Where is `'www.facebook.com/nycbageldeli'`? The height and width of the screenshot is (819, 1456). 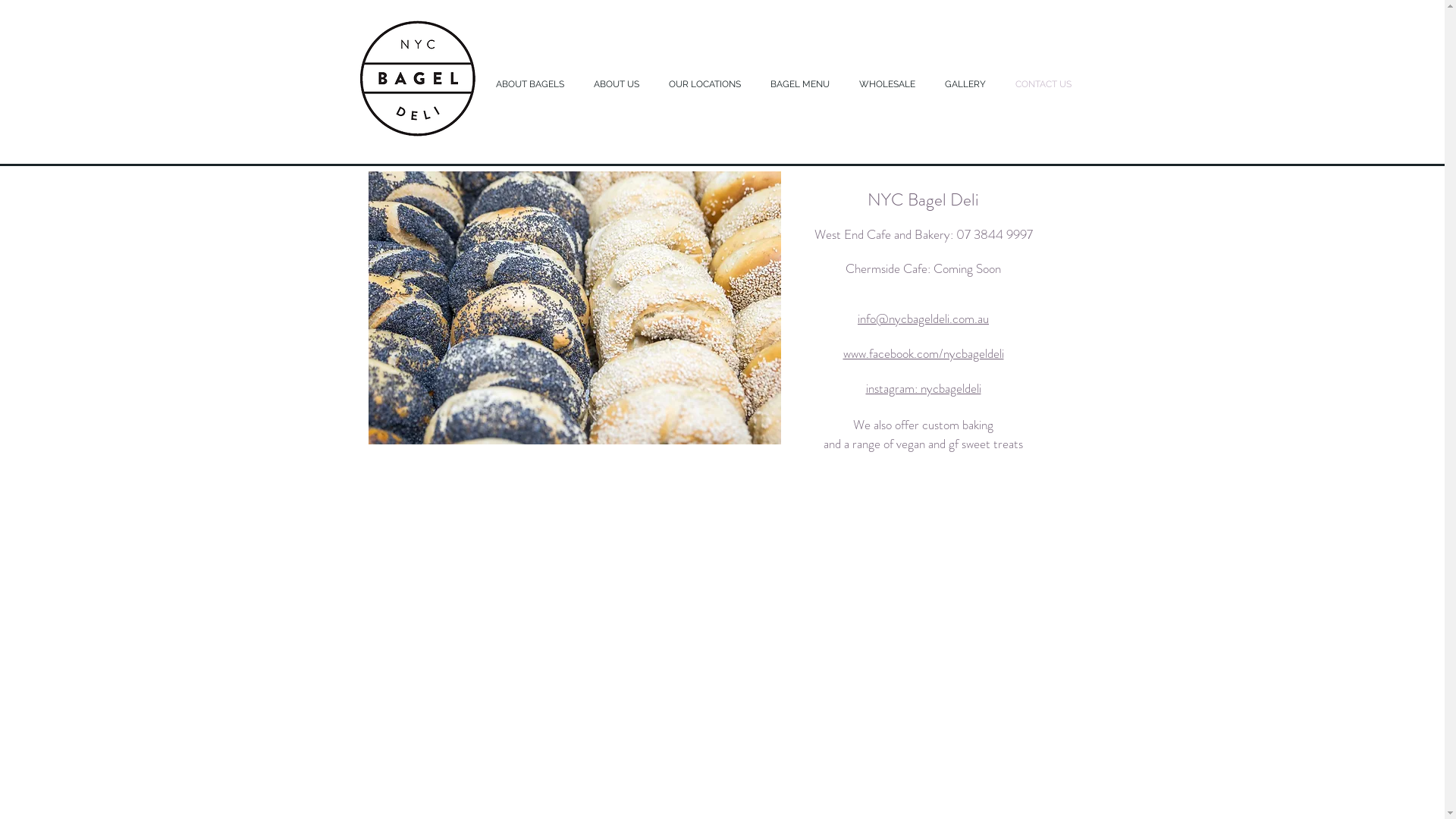 'www.facebook.com/nycbageldeli' is located at coordinates (923, 354).